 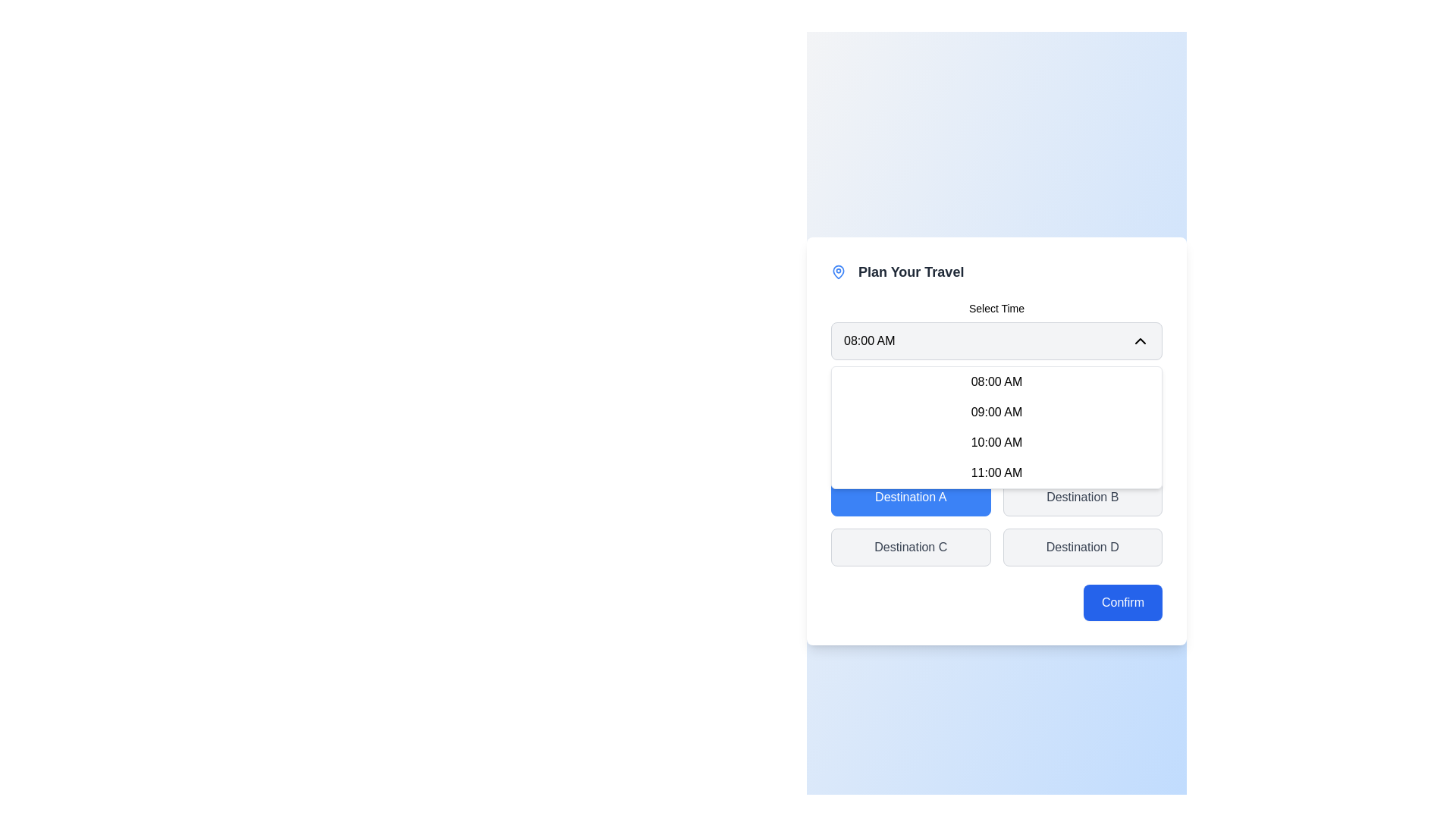 I want to click on the '08:00 AM' time option in the dropdown menu, so click(x=996, y=381).